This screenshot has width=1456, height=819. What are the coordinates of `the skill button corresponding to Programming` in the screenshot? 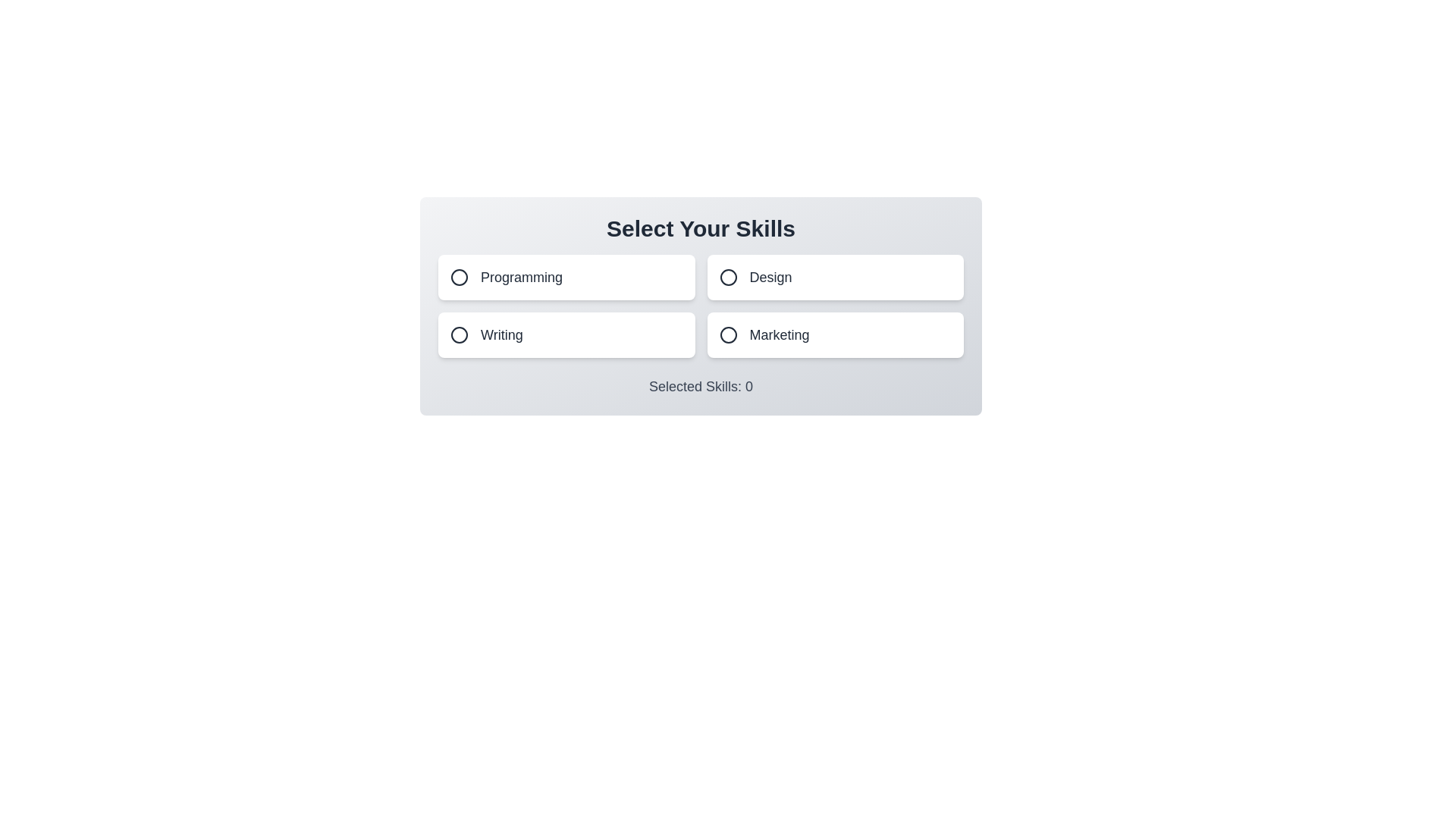 It's located at (566, 278).